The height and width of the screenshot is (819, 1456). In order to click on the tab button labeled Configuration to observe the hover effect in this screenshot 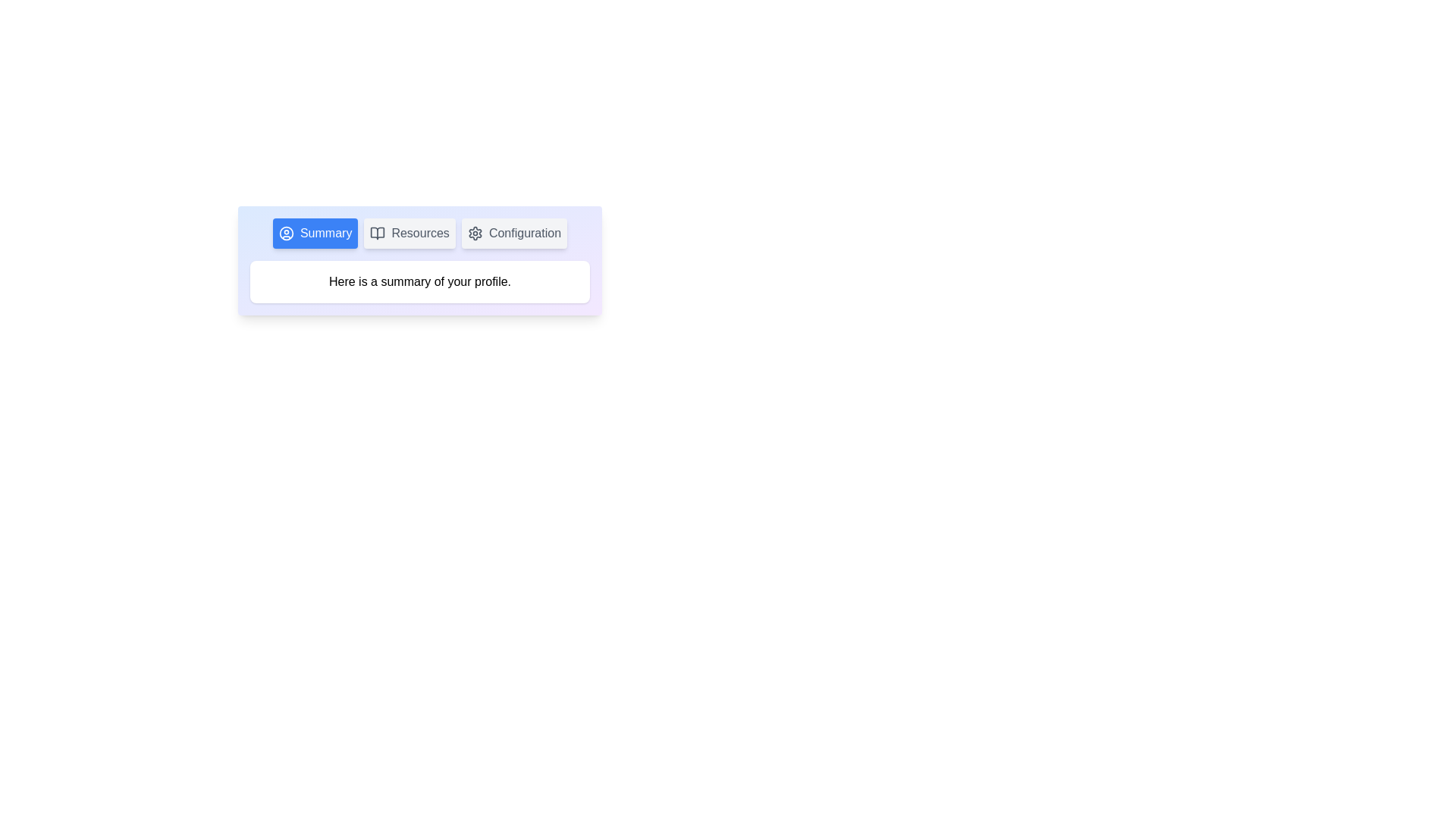, I will do `click(514, 234)`.